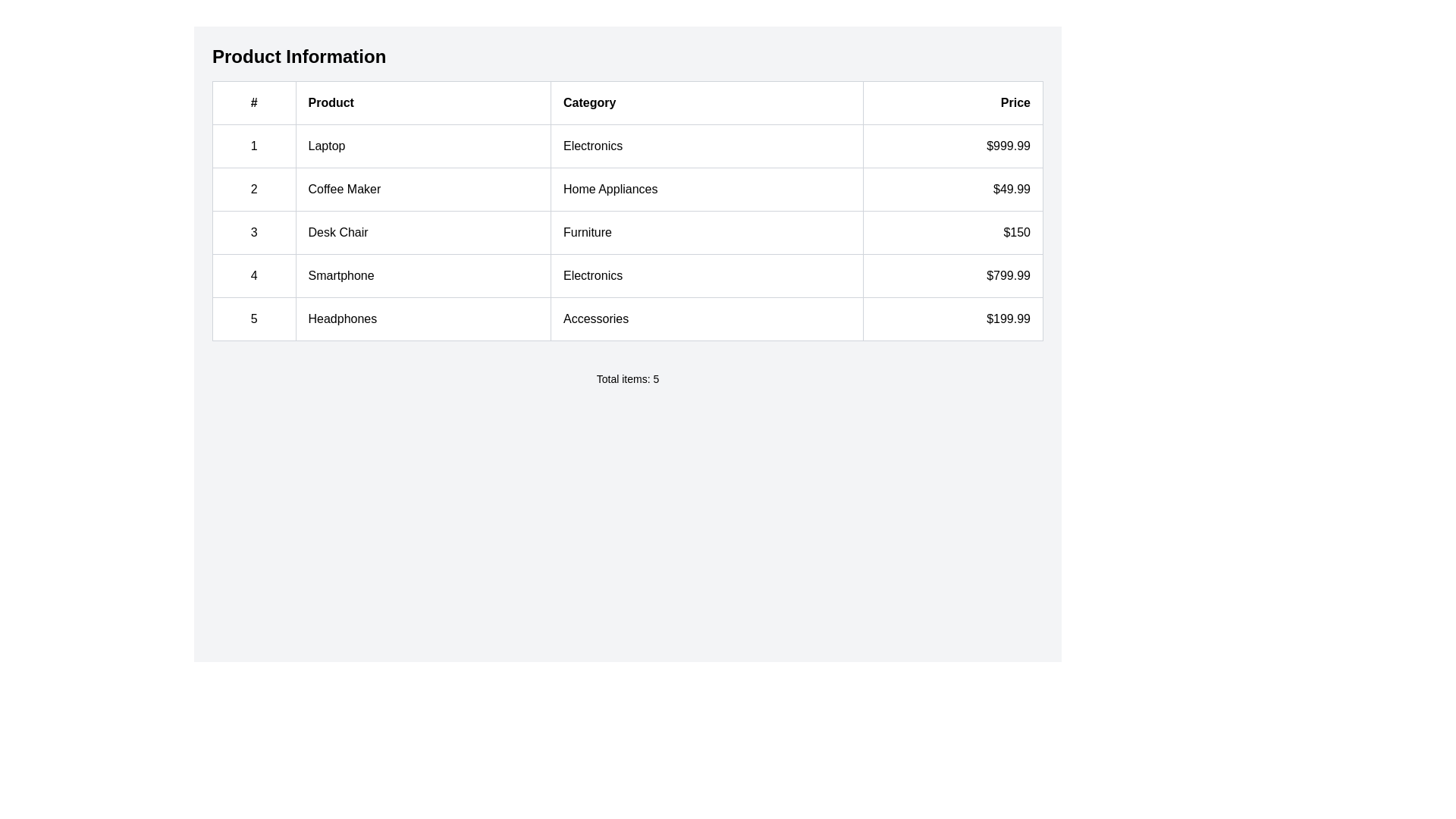 Image resolution: width=1456 pixels, height=819 pixels. What do you see at coordinates (628, 275) in the screenshot?
I see `the fourth row in the data table displaying the product details, which includes the rank '4', product name 'Smartphone', category 'Electronics', and price '$799.99'` at bounding box center [628, 275].